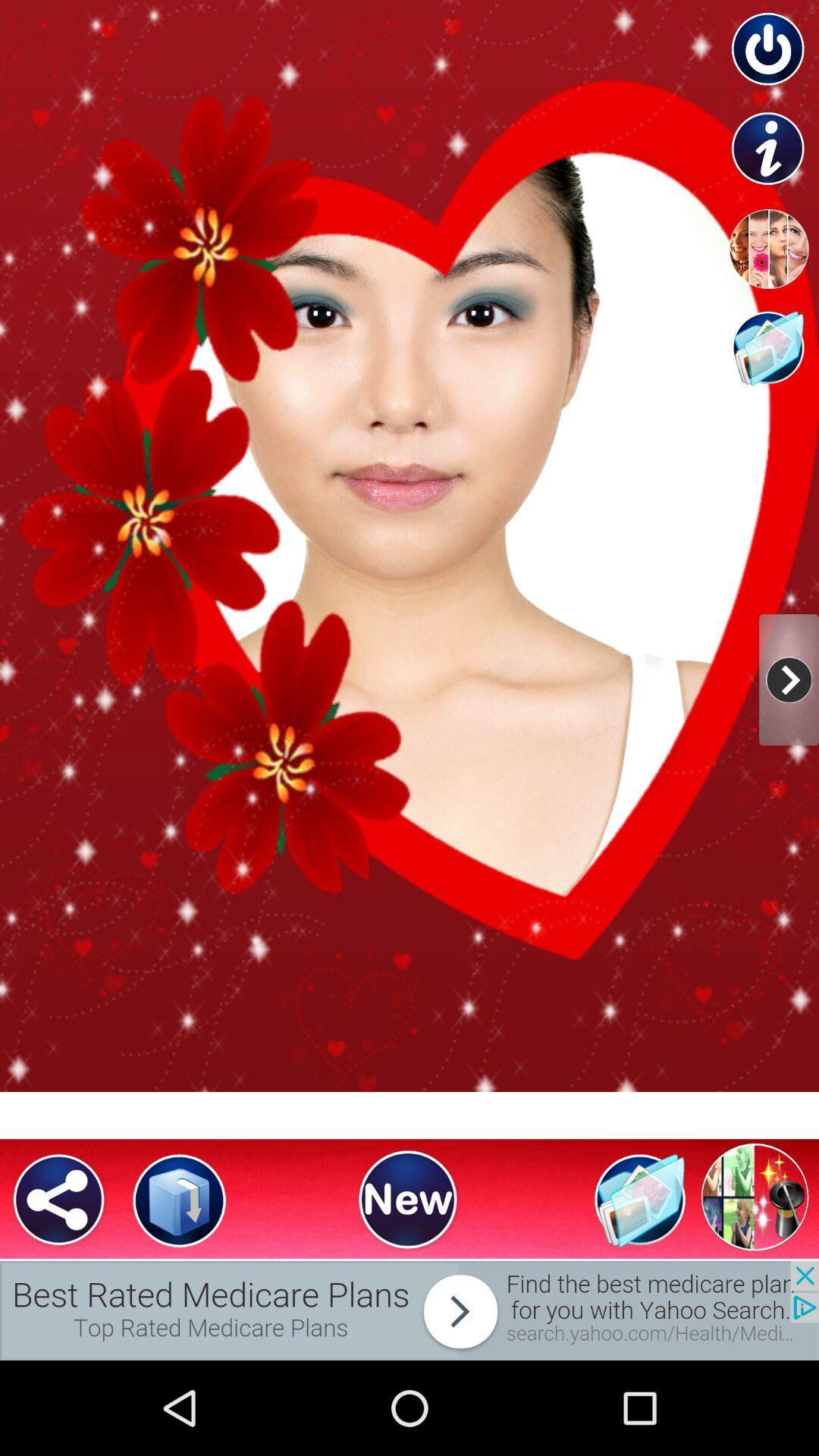  I want to click on advertisements place, so click(409, 1310).